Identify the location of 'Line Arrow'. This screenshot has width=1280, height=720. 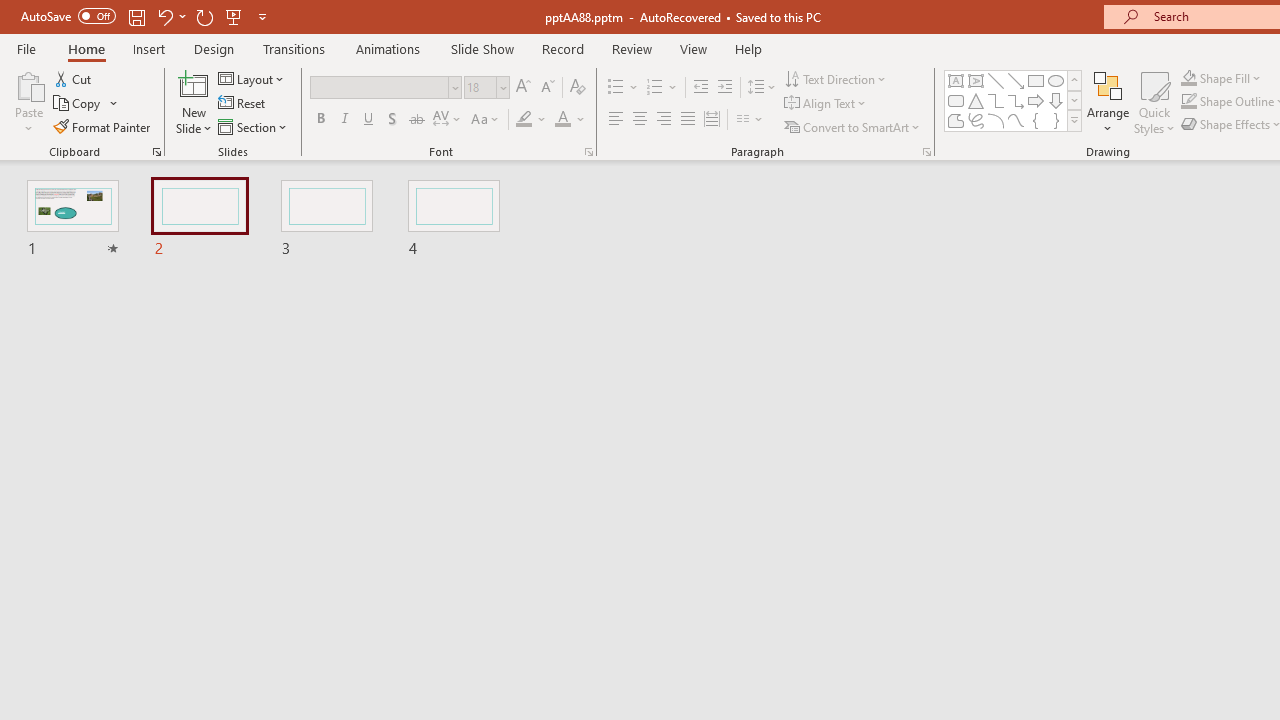
(1016, 80).